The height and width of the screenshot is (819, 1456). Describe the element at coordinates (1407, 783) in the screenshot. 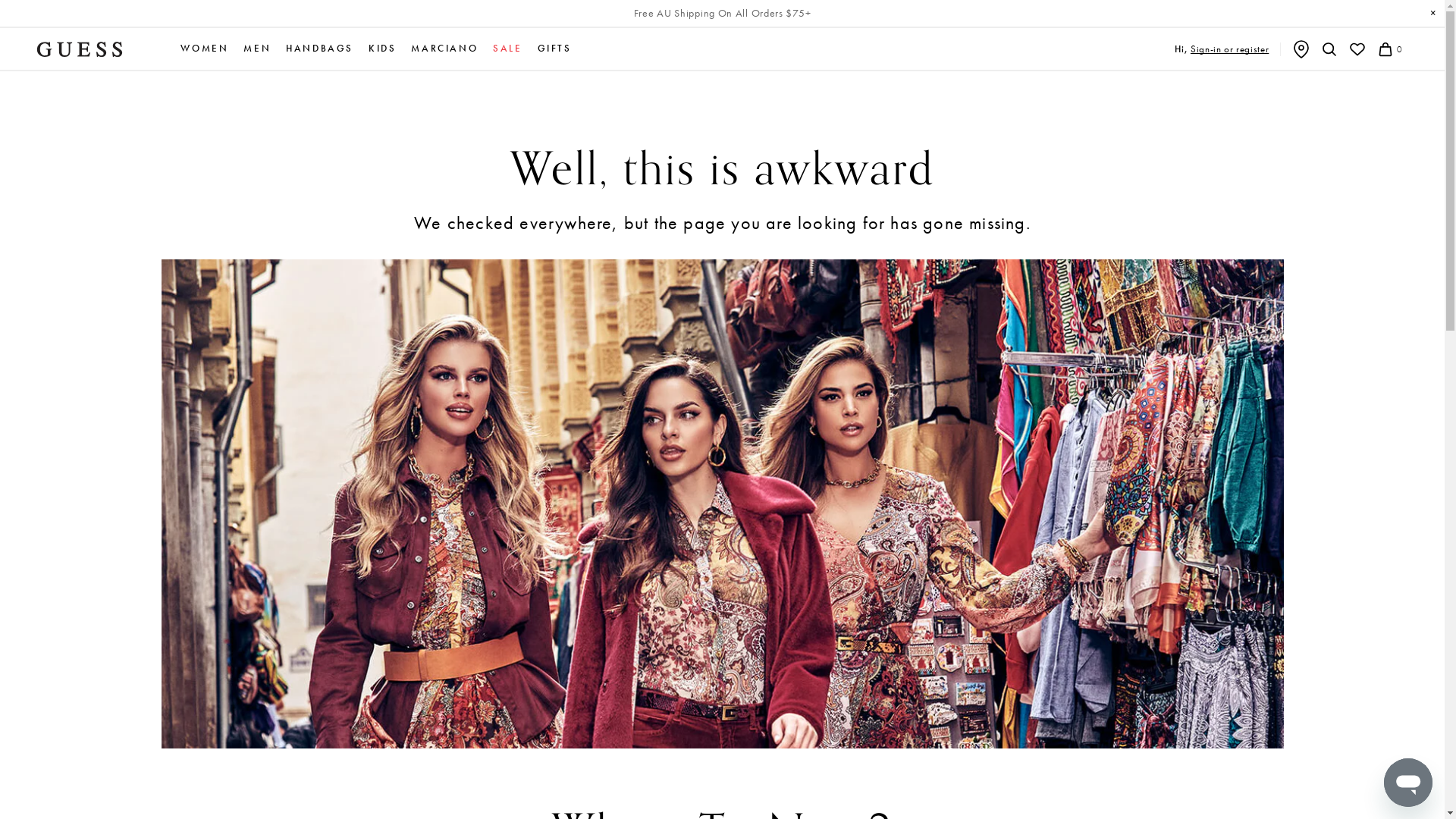

I see `'Button to launch messaging window'` at that location.